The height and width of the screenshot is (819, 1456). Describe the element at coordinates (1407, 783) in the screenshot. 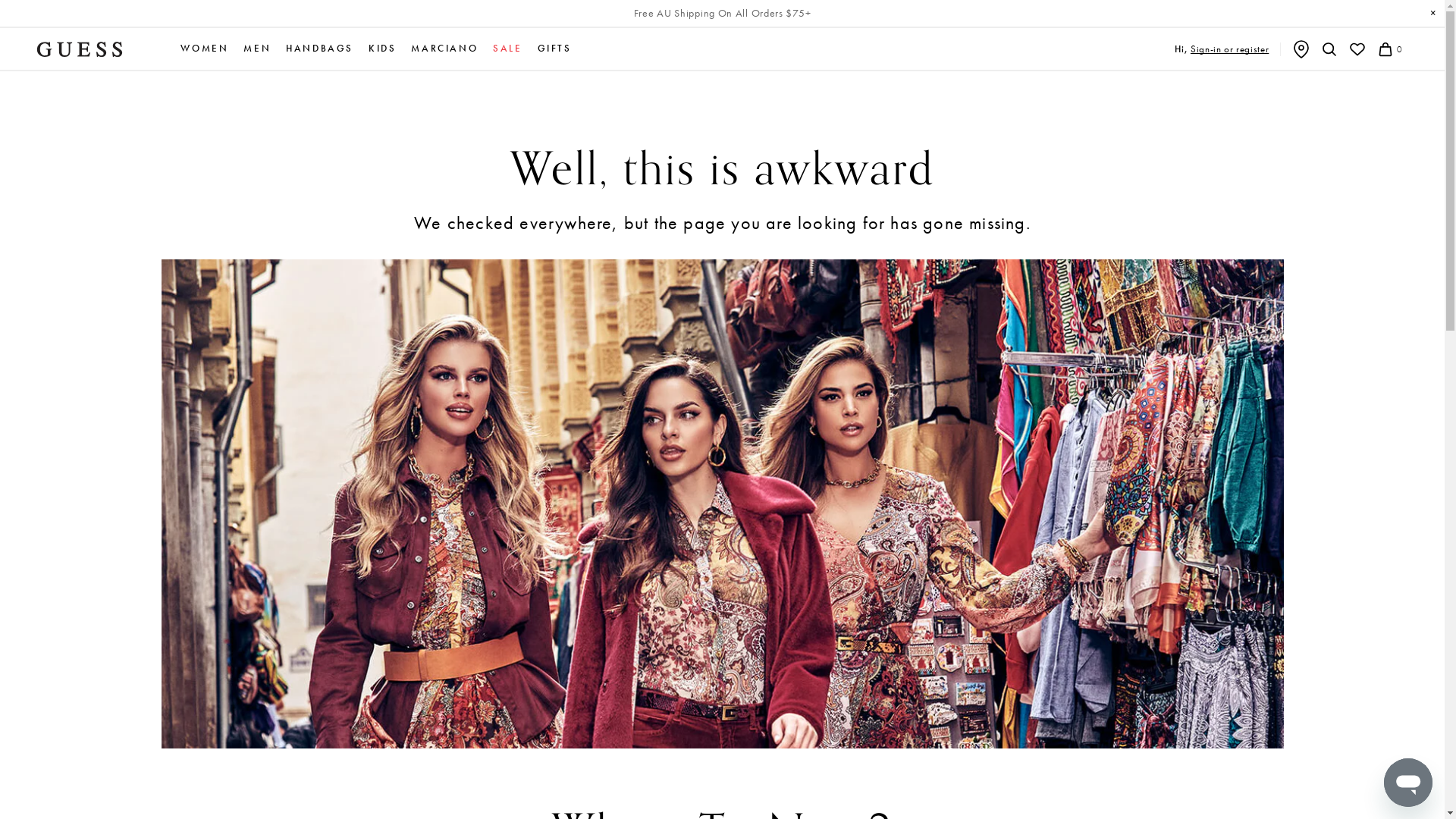

I see `'Button to launch messaging window'` at that location.